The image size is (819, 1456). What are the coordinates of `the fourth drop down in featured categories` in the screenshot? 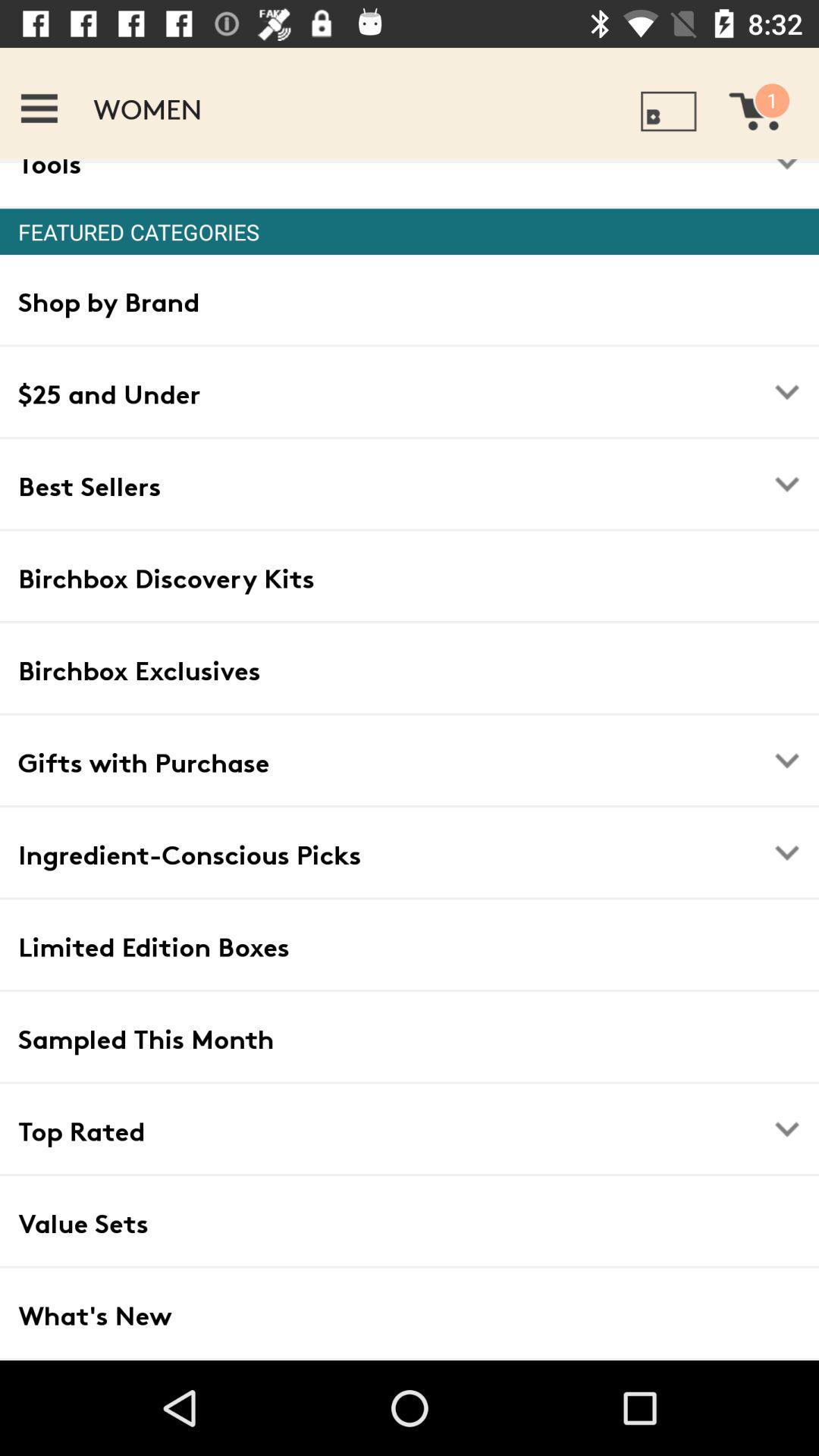 It's located at (786, 852).